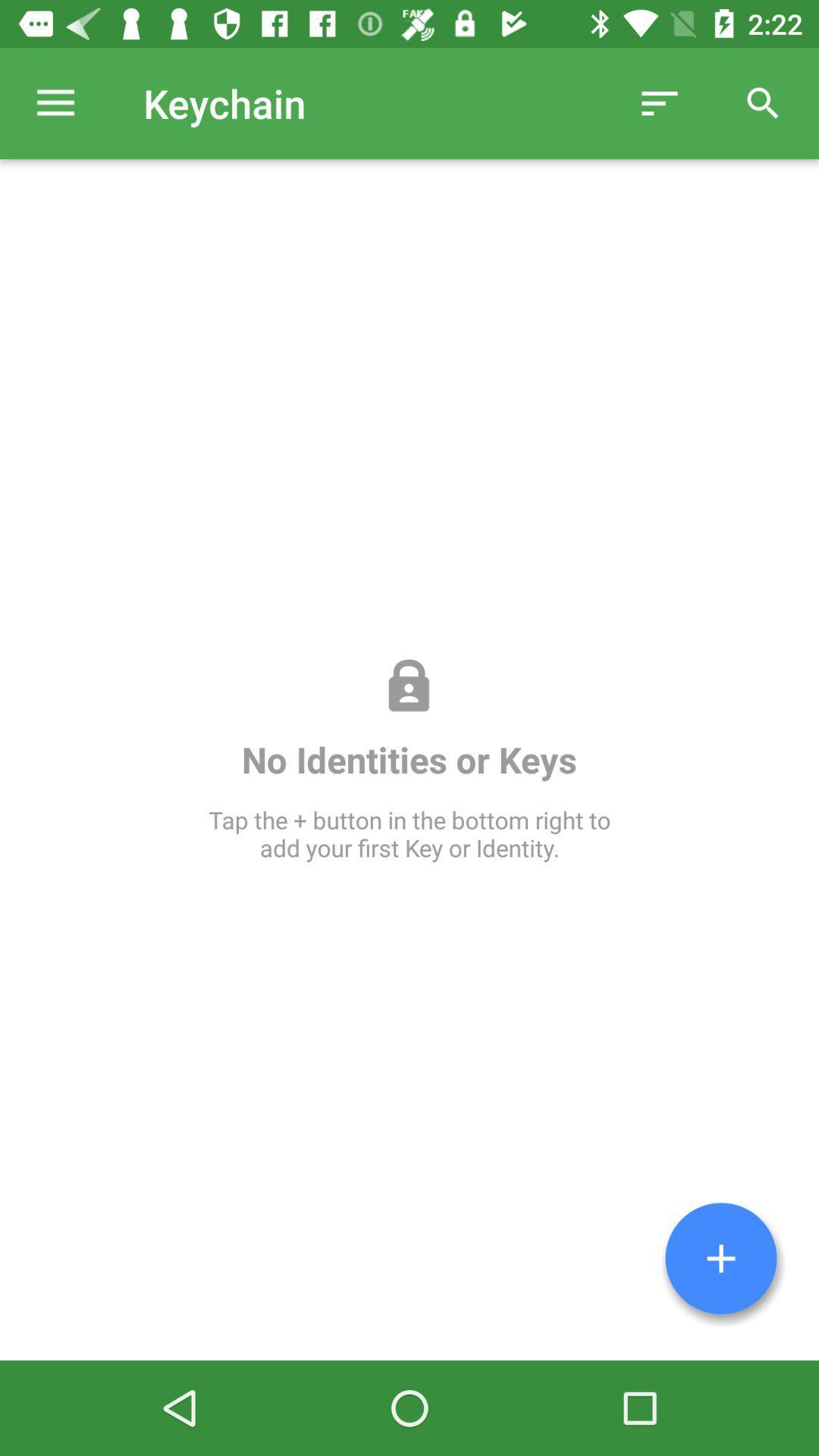 The height and width of the screenshot is (1456, 819). Describe the element at coordinates (720, 1258) in the screenshot. I see `the add icon` at that location.